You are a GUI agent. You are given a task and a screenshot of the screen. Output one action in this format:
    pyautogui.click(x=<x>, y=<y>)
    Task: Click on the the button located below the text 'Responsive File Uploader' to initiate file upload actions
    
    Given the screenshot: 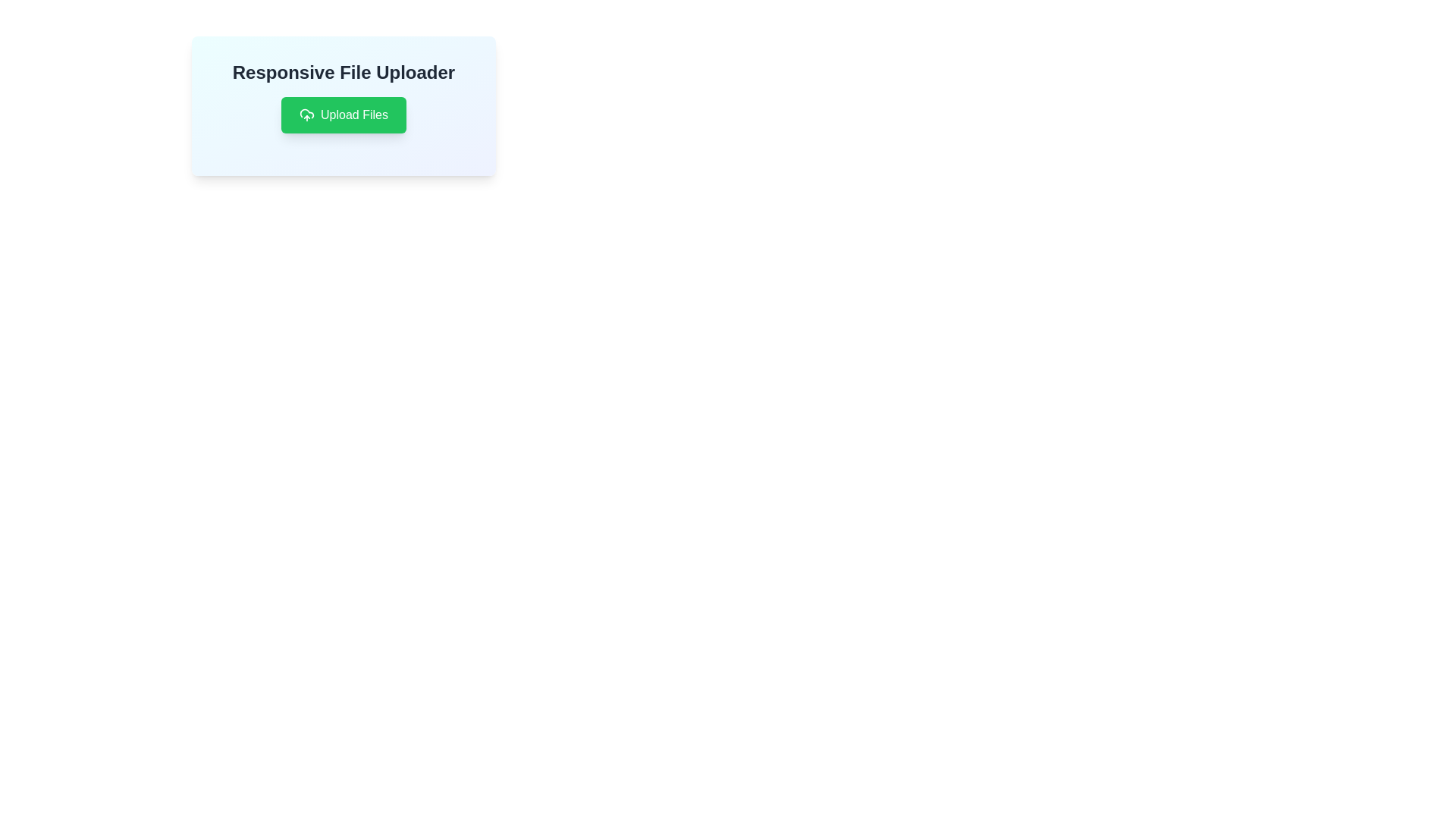 What is the action you would take?
    pyautogui.click(x=343, y=114)
    